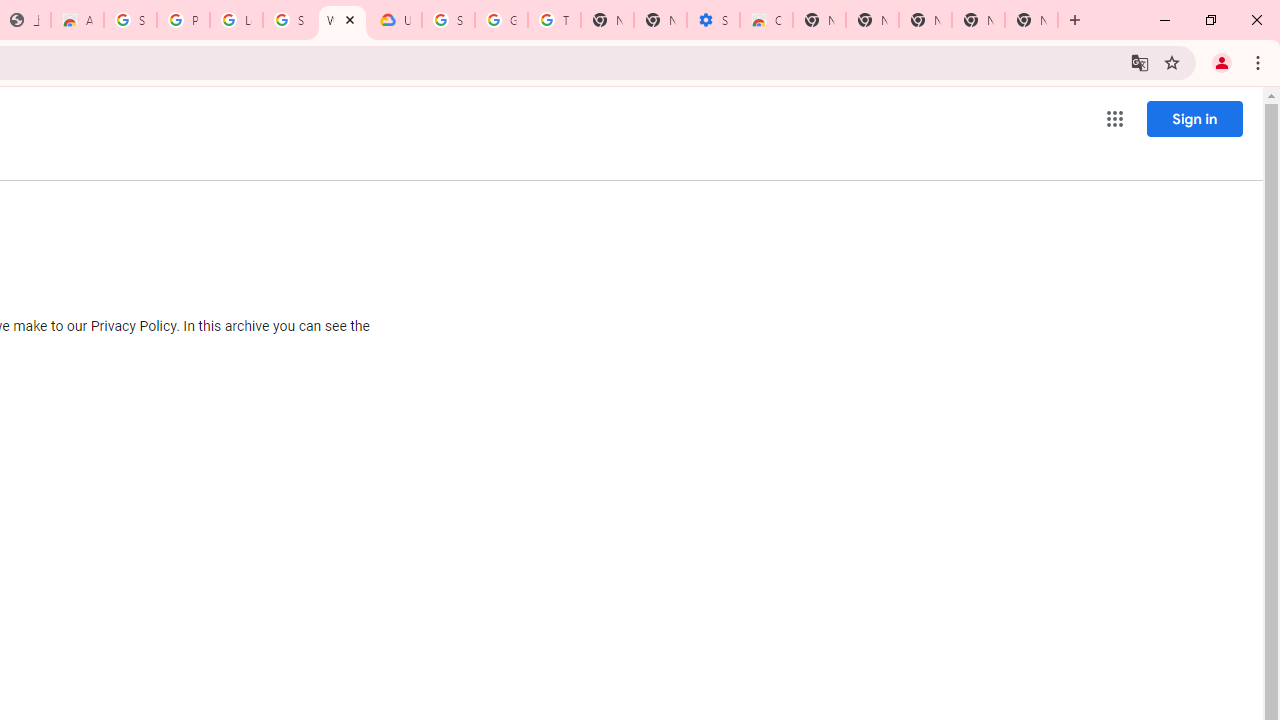 This screenshot has height=720, width=1280. I want to click on 'Google Apps', so click(1113, 119).